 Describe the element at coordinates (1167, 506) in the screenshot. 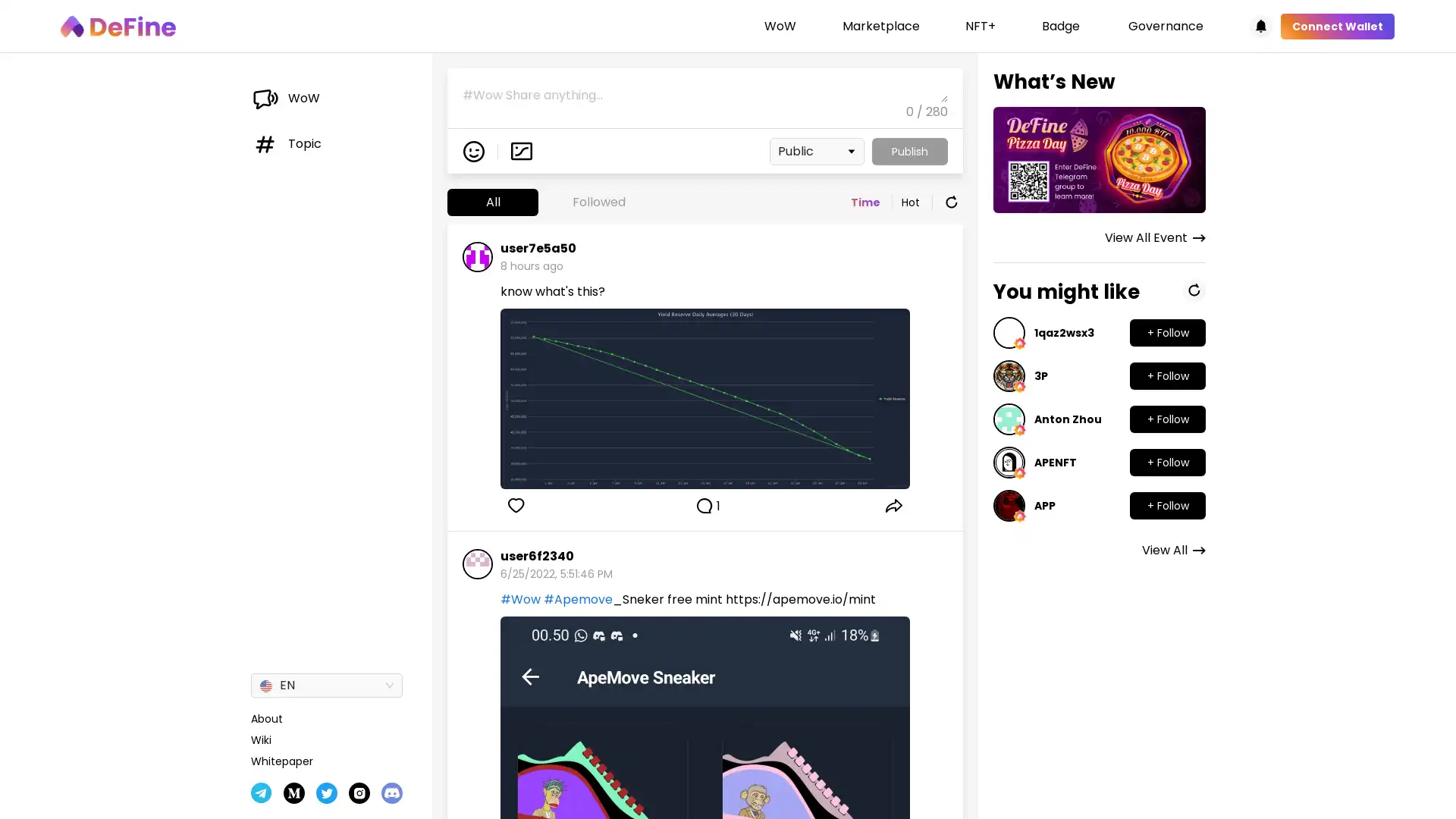

I see `+ Follow` at that location.